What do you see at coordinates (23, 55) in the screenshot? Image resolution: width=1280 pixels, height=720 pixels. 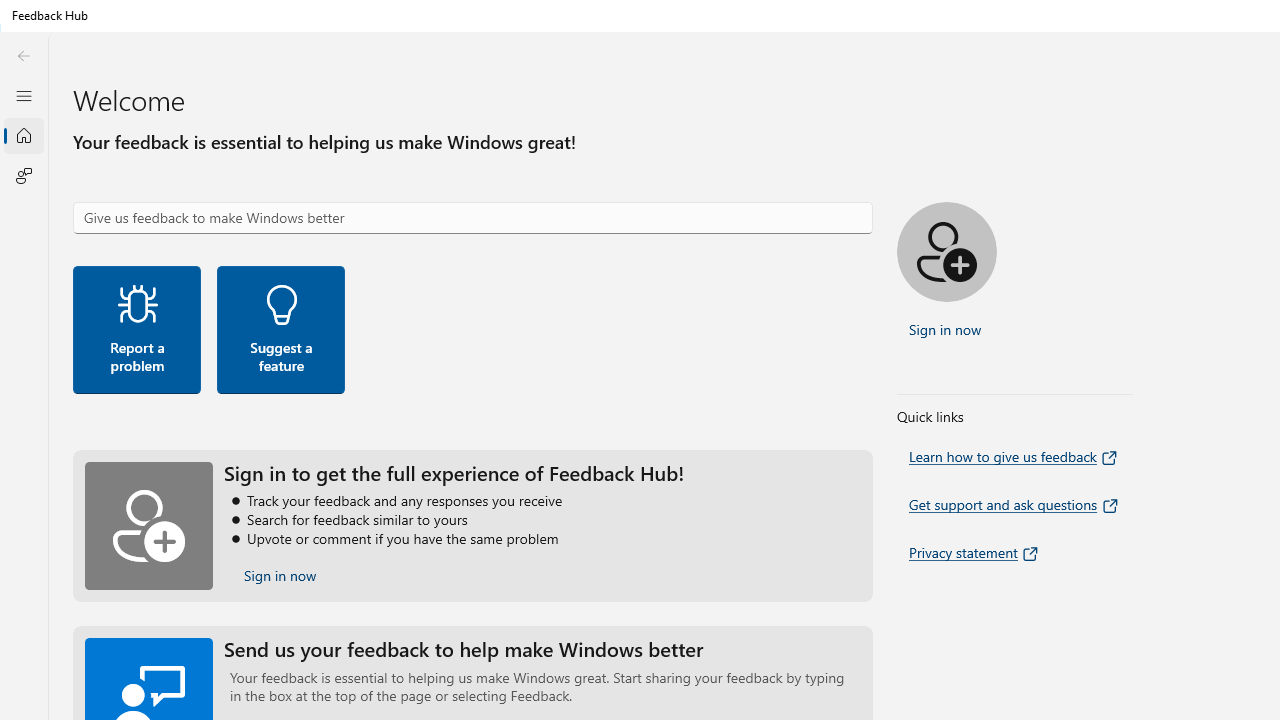 I see `'Back'` at bounding box center [23, 55].